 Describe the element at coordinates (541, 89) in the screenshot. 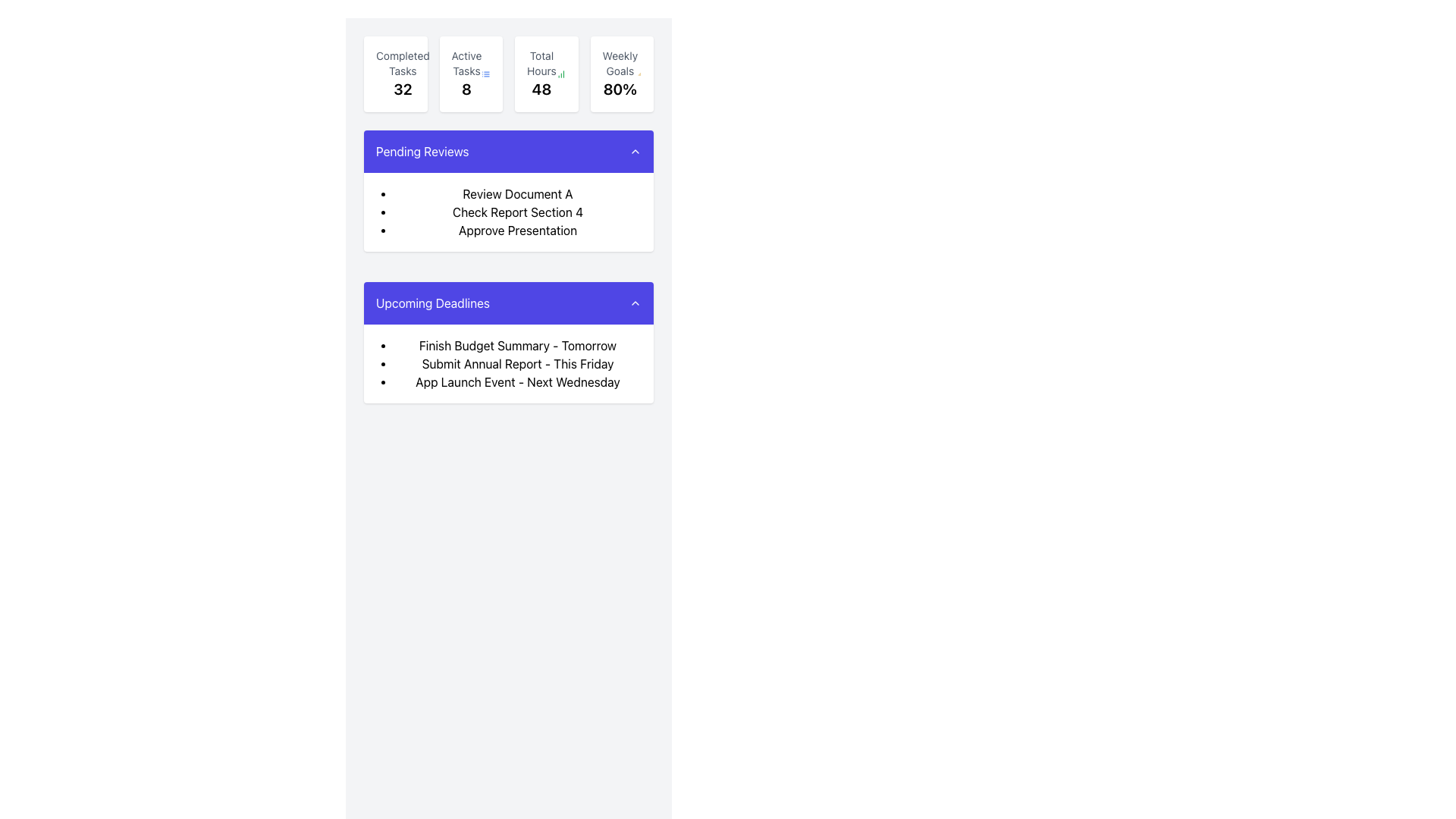

I see `the 'Total Hours' numeric display, which shows the total hours associated with the summarized data and is the third element in the top row of summary statistics` at that location.